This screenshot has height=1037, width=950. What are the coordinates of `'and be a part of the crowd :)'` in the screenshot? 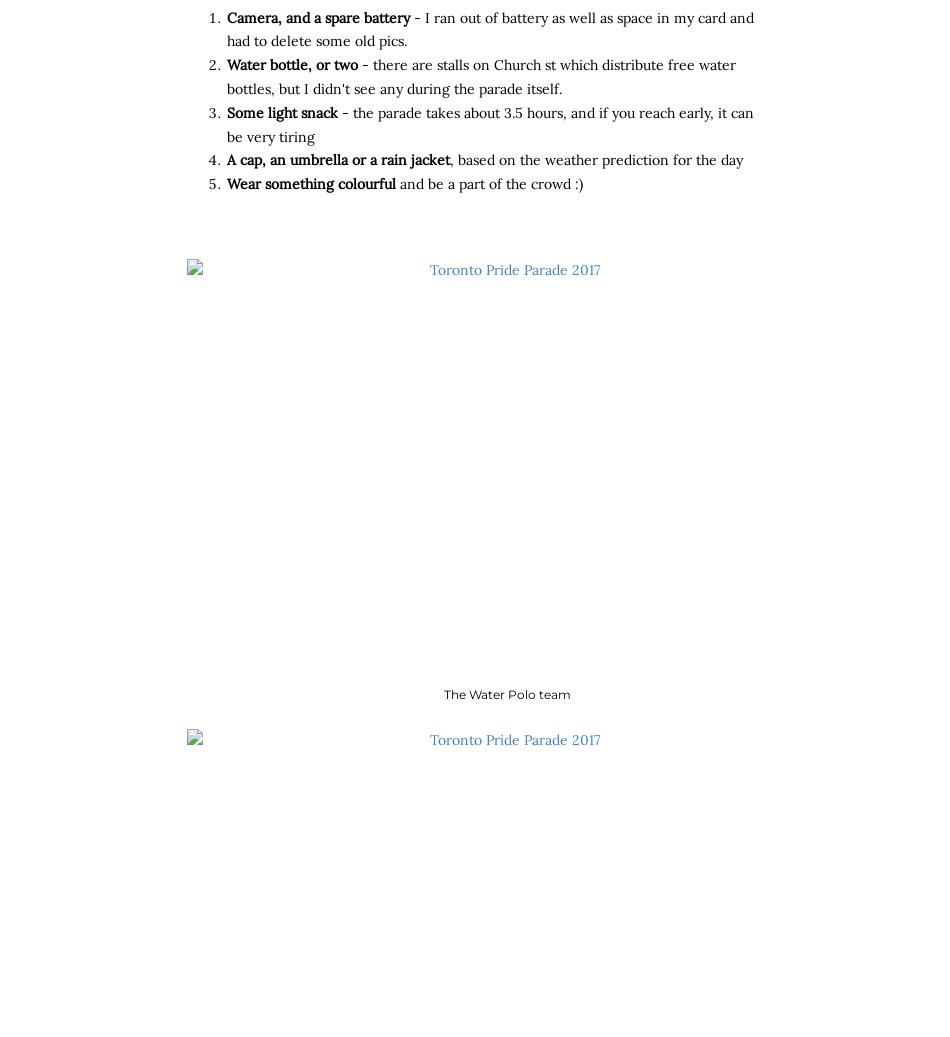 It's located at (489, 182).